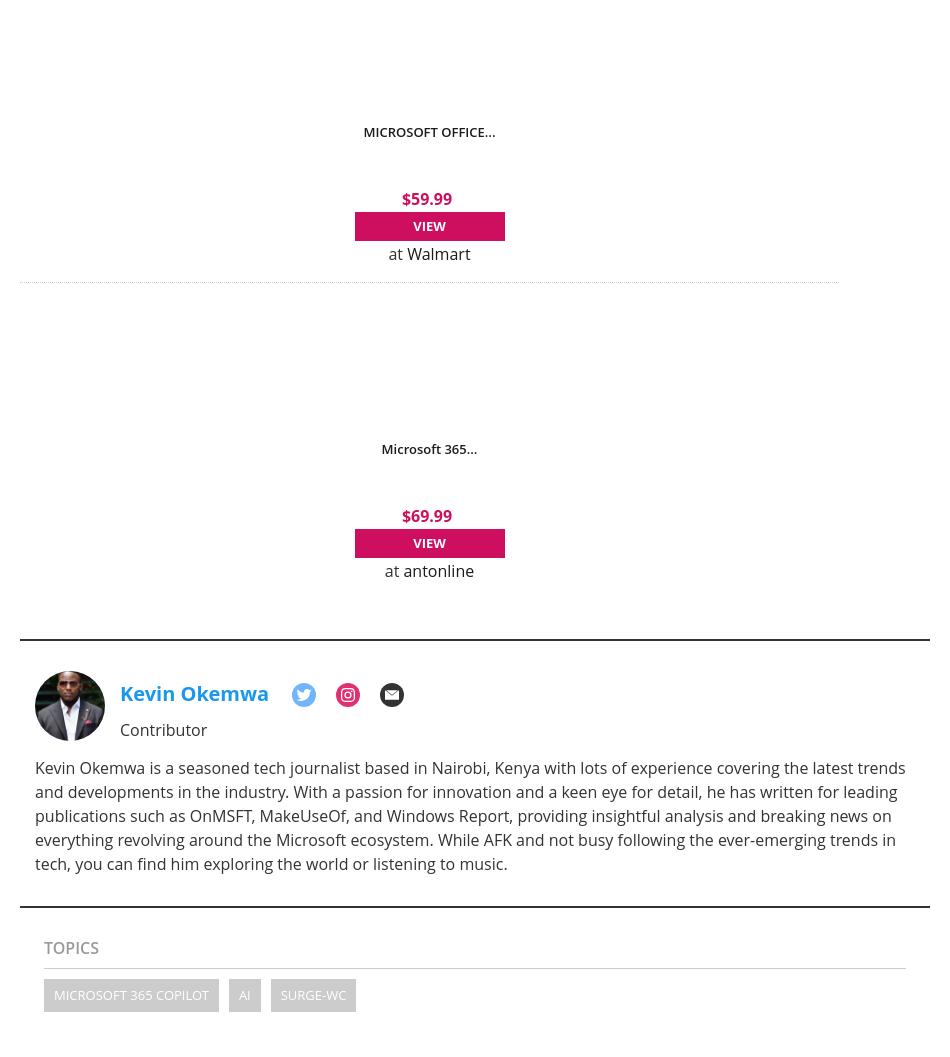  Describe the element at coordinates (437, 252) in the screenshot. I see `'Walmart'` at that location.